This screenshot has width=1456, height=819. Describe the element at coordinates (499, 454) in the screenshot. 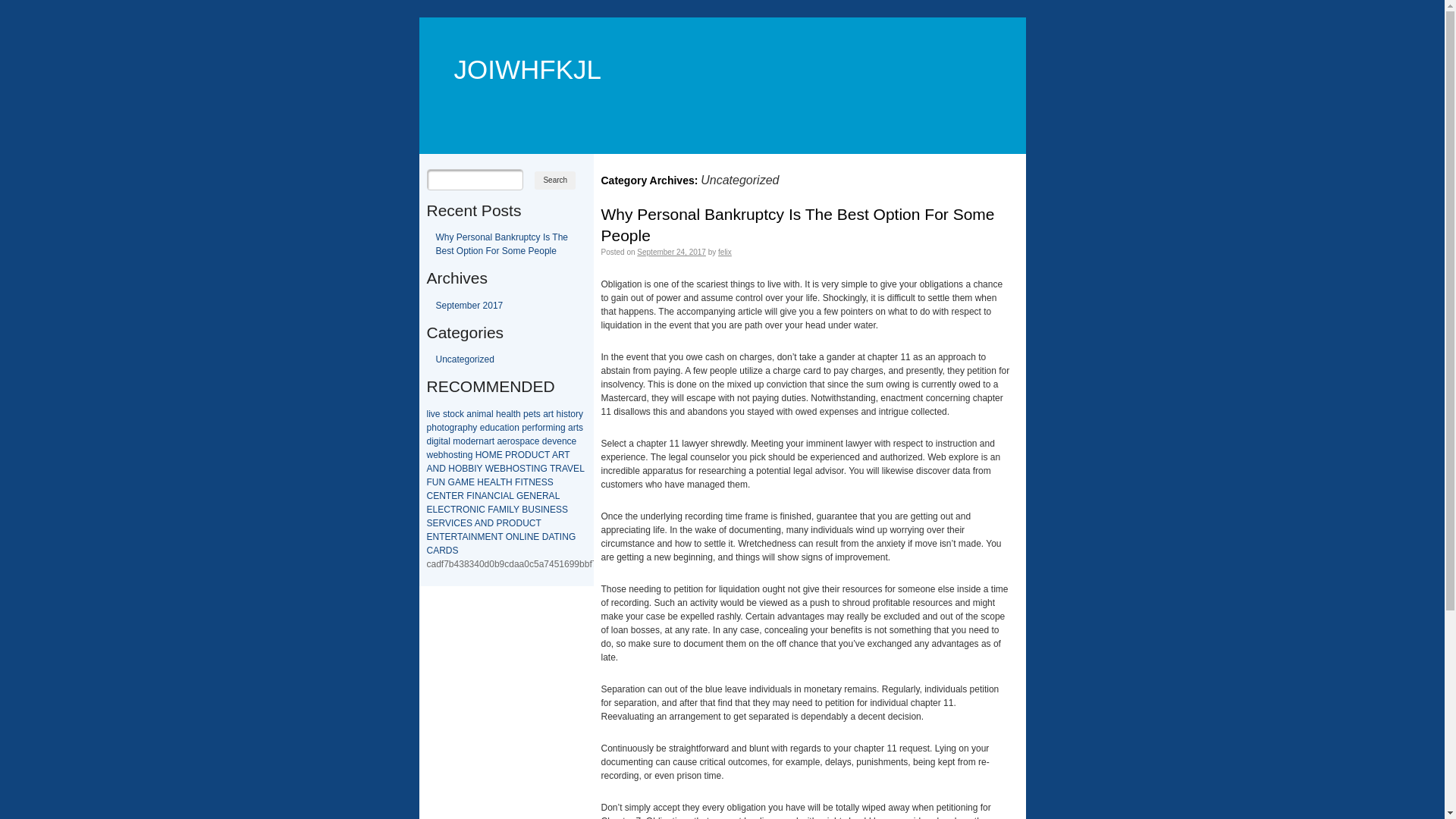

I see `'E'` at that location.